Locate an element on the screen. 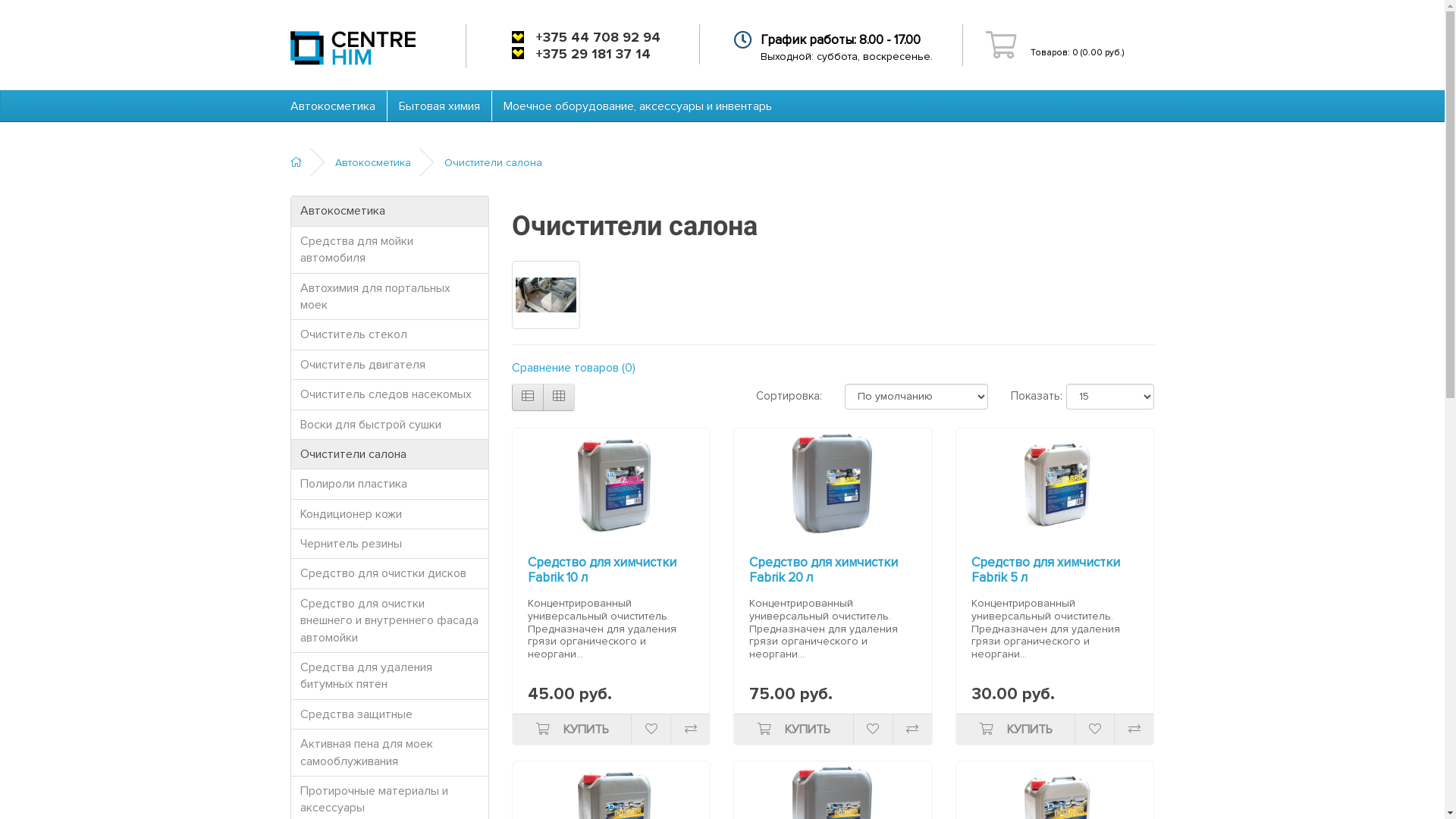 The width and height of the screenshot is (1456, 819). '+375 44 708 92 94' is located at coordinates (597, 36).